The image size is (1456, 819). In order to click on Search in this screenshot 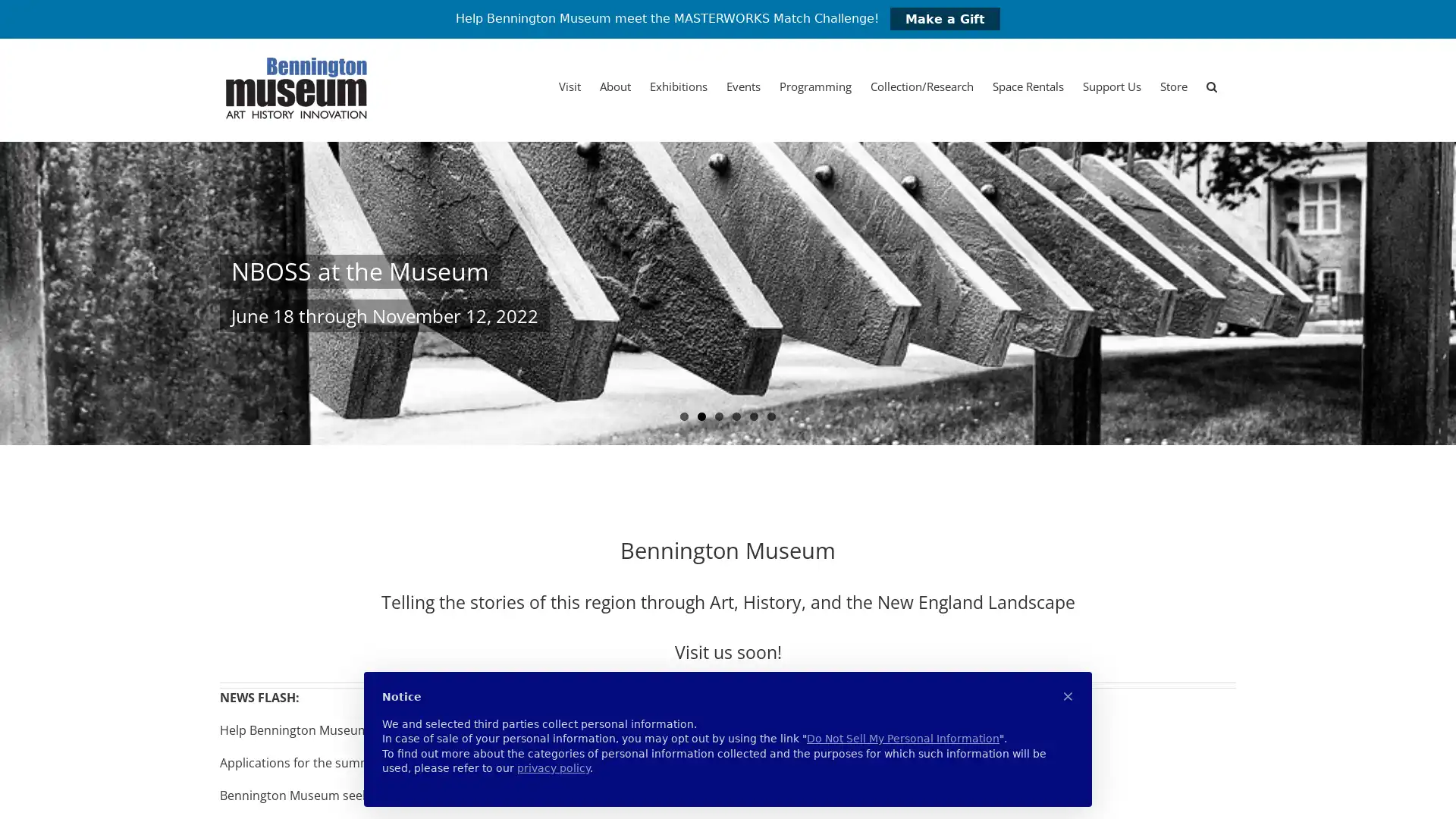, I will do `click(1211, 86)`.